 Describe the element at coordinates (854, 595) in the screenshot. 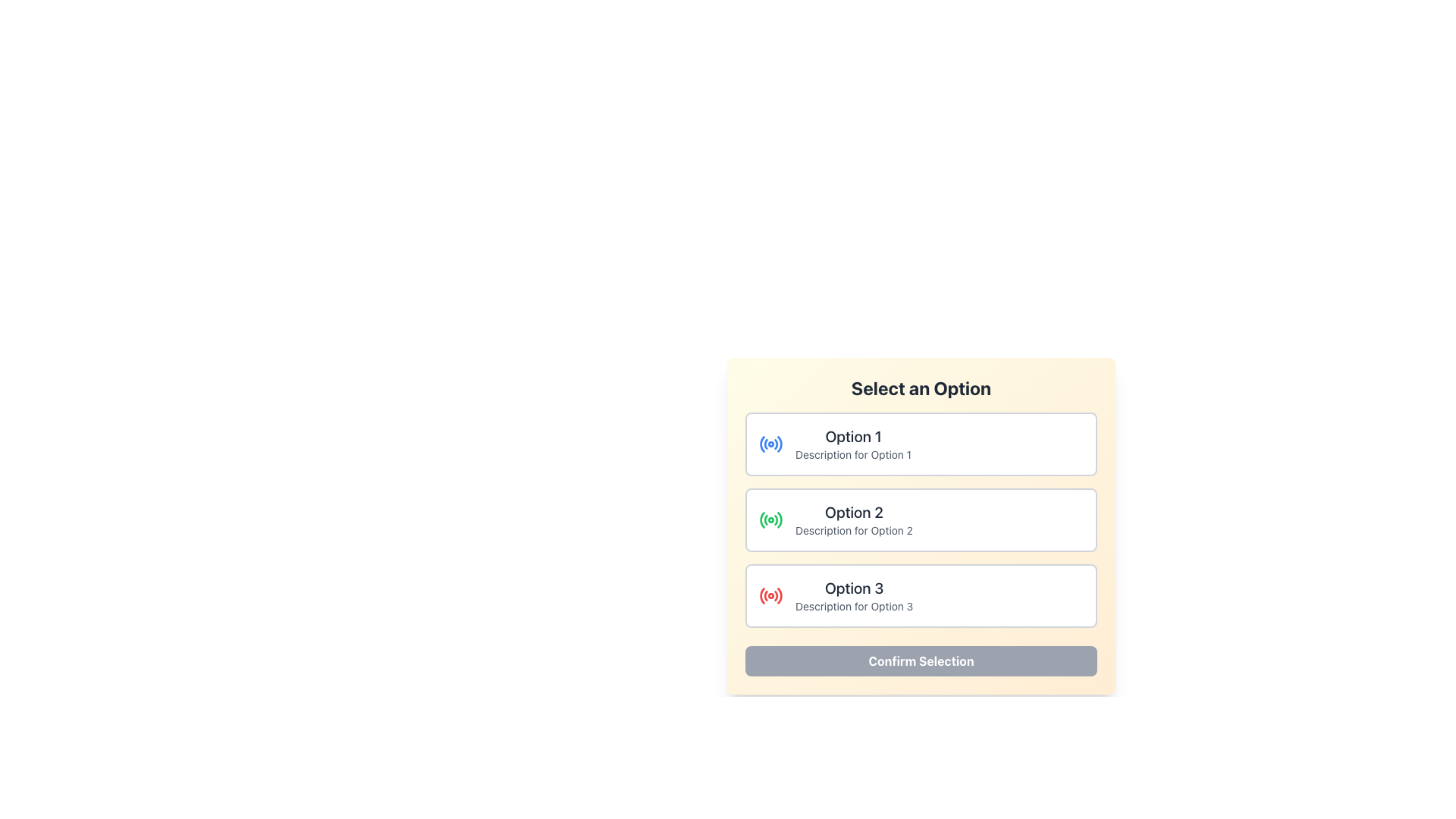

I see `the text label displaying 'Option 3' with the subtitle 'Description for Option 3', which is the third option in the options list` at that location.